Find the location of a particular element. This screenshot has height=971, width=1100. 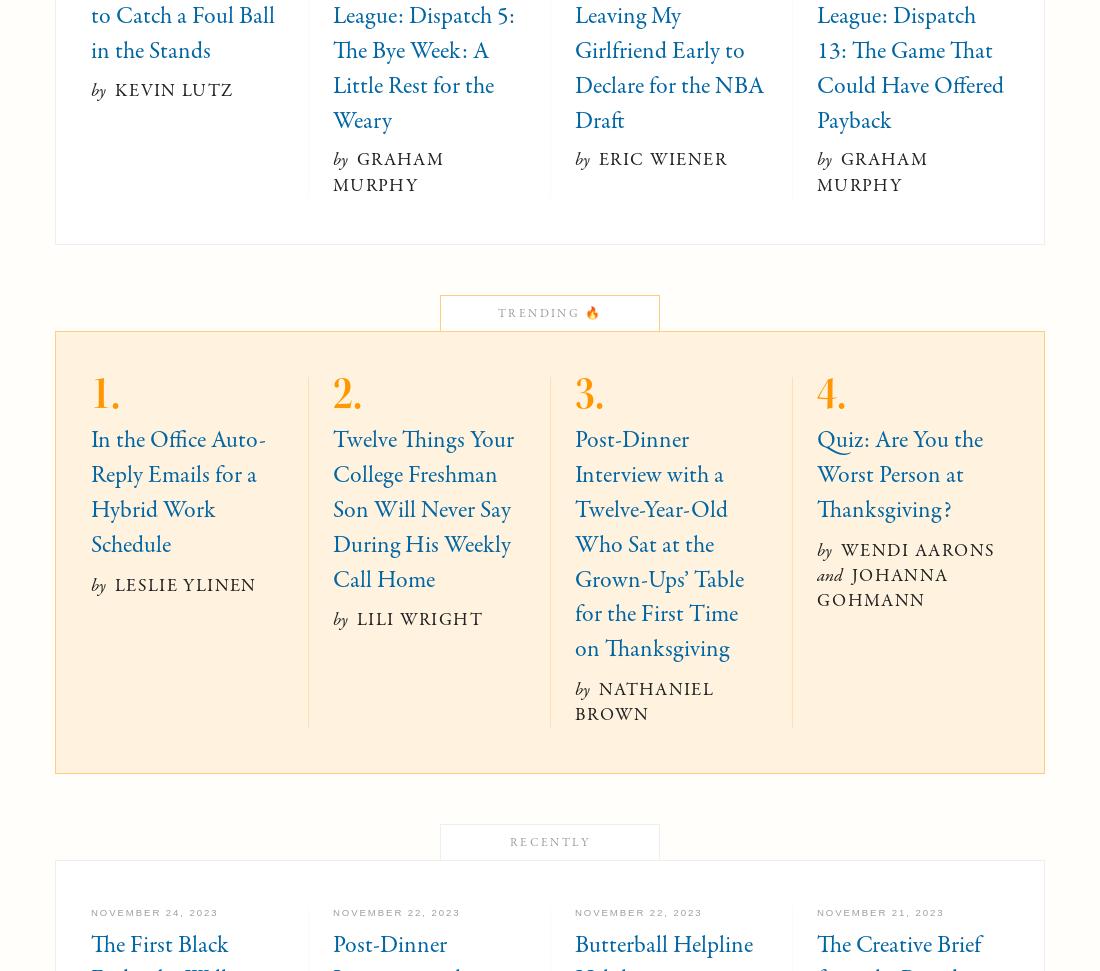

'Quiz: Are You the Worst Person at Thanksgiving?' is located at coordinates (900, 475).